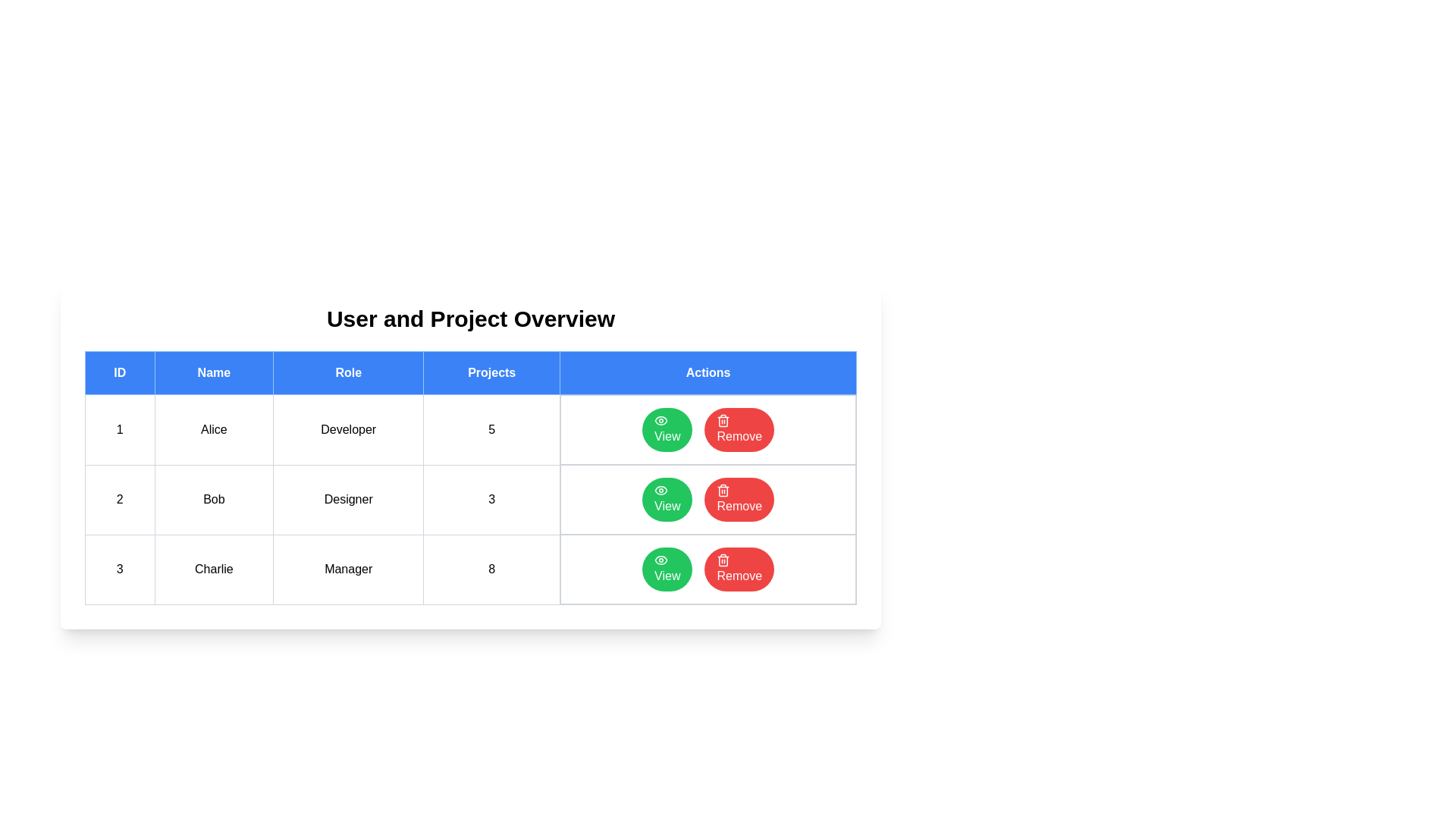 This screenshot has width=1456, height=819. Describe the element at coordinates (667, 430) in the screenshot. I see `the 'View' button corresponding to the user with ID 1` at that location.